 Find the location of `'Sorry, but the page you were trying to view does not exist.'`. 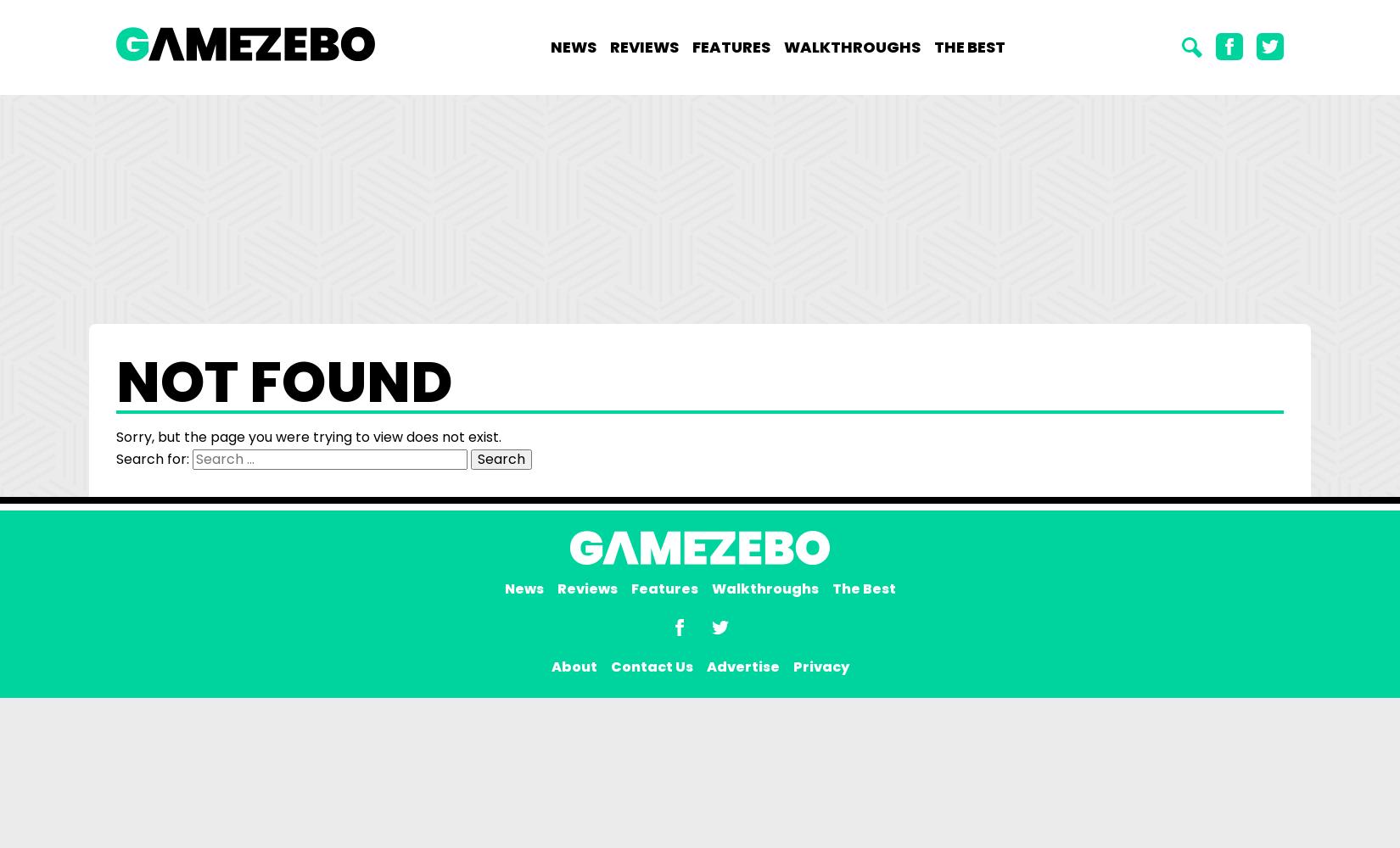

'Sorry, but the page you were trying to view does not exist.' is located at coordinates (308, 437).